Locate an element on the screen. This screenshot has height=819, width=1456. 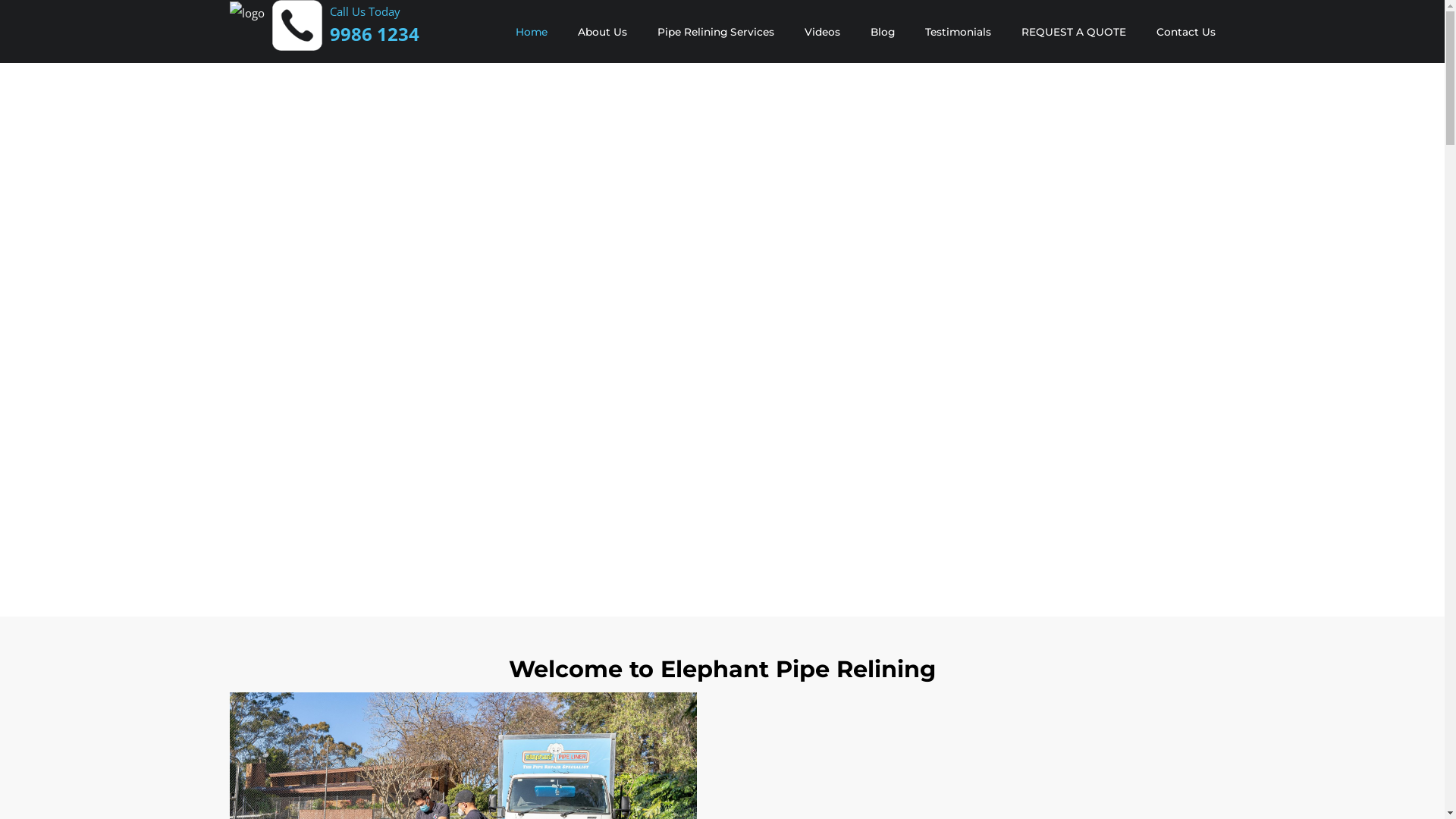
'Home' is located at coordinates (531, 32).